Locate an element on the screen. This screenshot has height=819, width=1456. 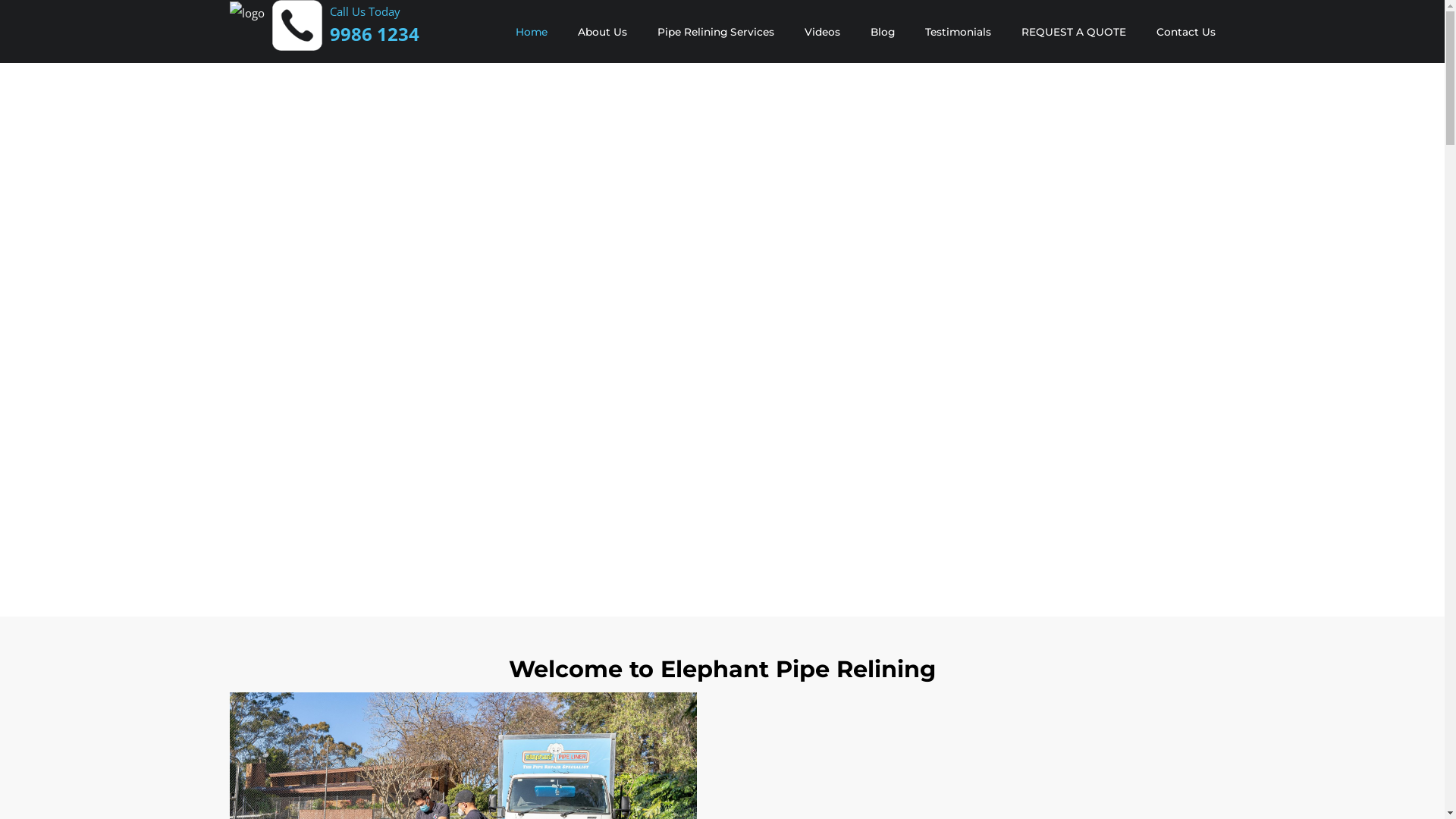
'Home' is located at coordinates (531, 32).